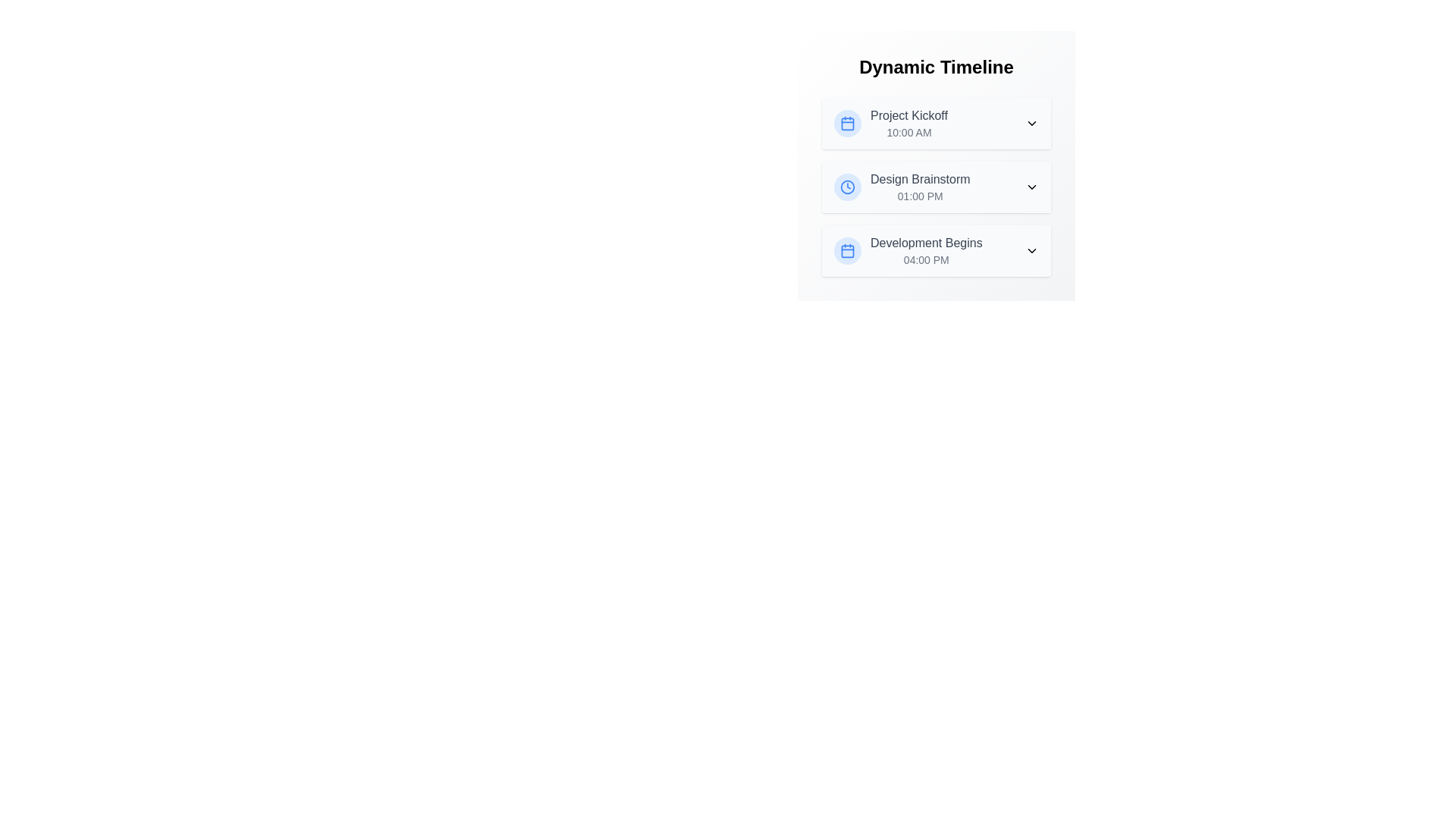 The width and height of the screenshot is (1456, 819). Describe the element at coordinates (925, 259) in the screenshot. I see `the text label indicating the time associated with the 'Development Begins' event in the timeline, located directly below the bold title 'Development Begins.'` at that location.